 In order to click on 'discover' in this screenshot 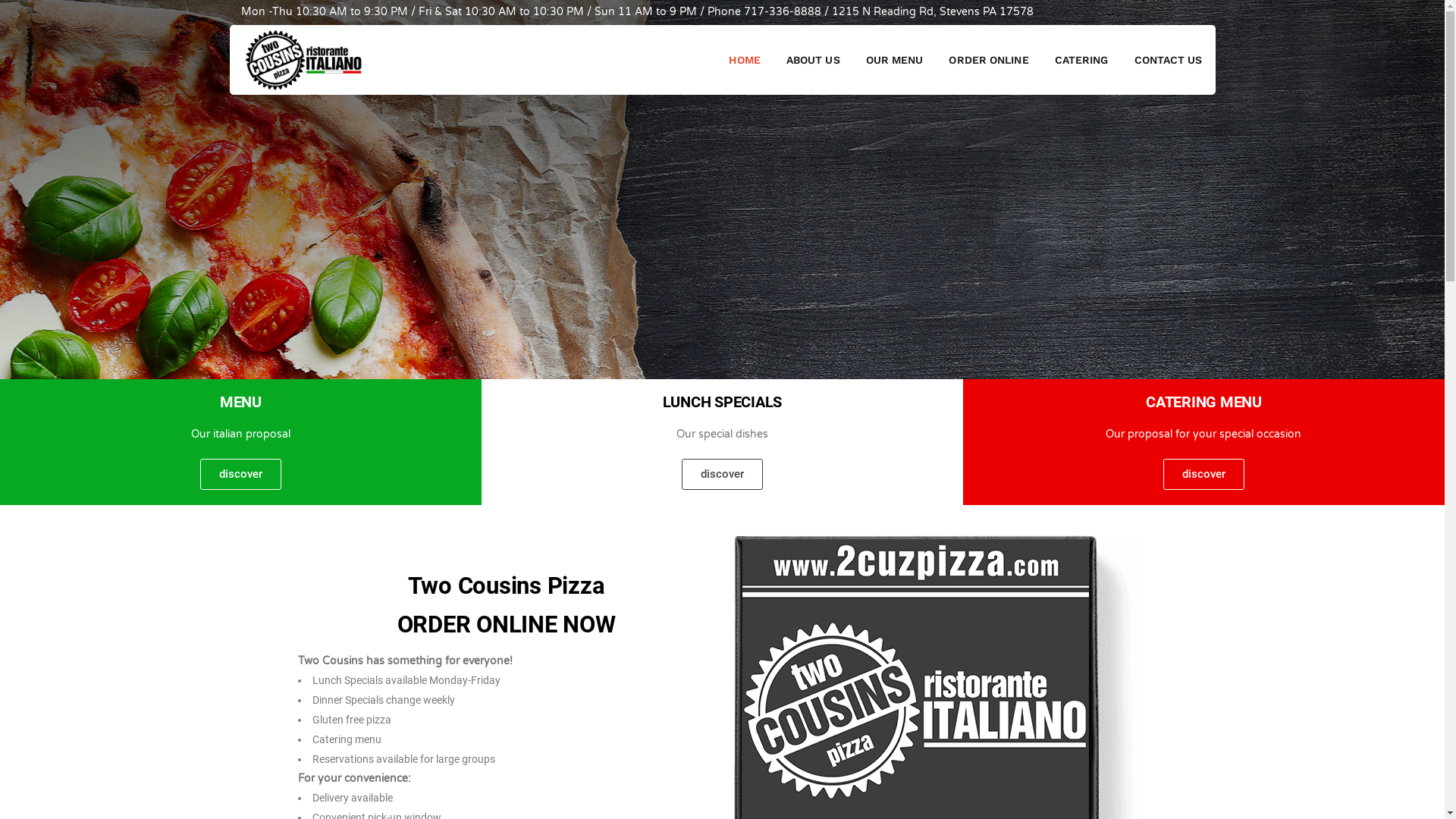, I will do `click(240, 473)`.